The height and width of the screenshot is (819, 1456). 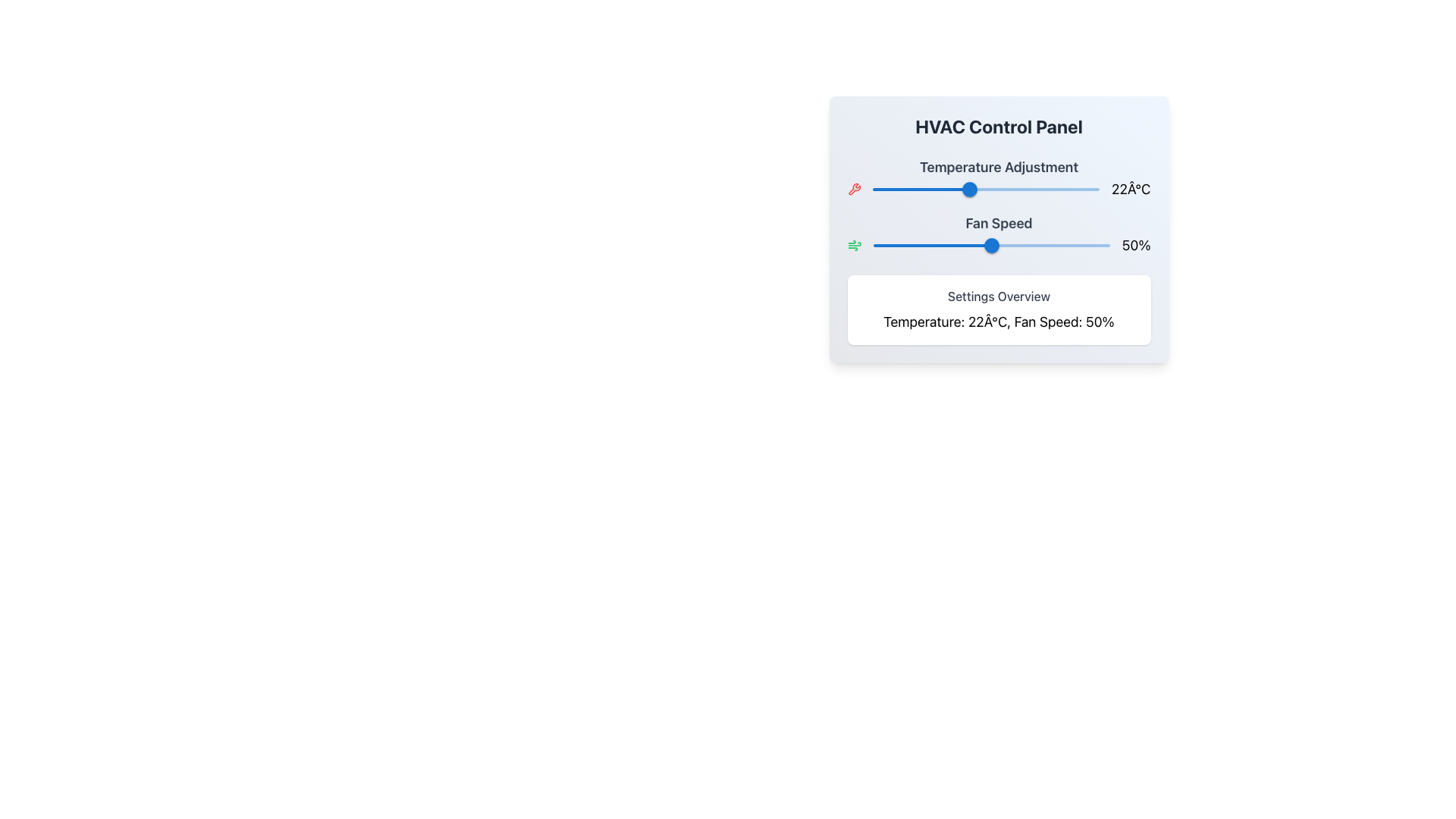 What do you see at coordinates (854, 189) in the screenshot?
I see `the wrench icon located on the far left side of the configuration settings for HVAC adjustments` at bounding box center [854, 189].